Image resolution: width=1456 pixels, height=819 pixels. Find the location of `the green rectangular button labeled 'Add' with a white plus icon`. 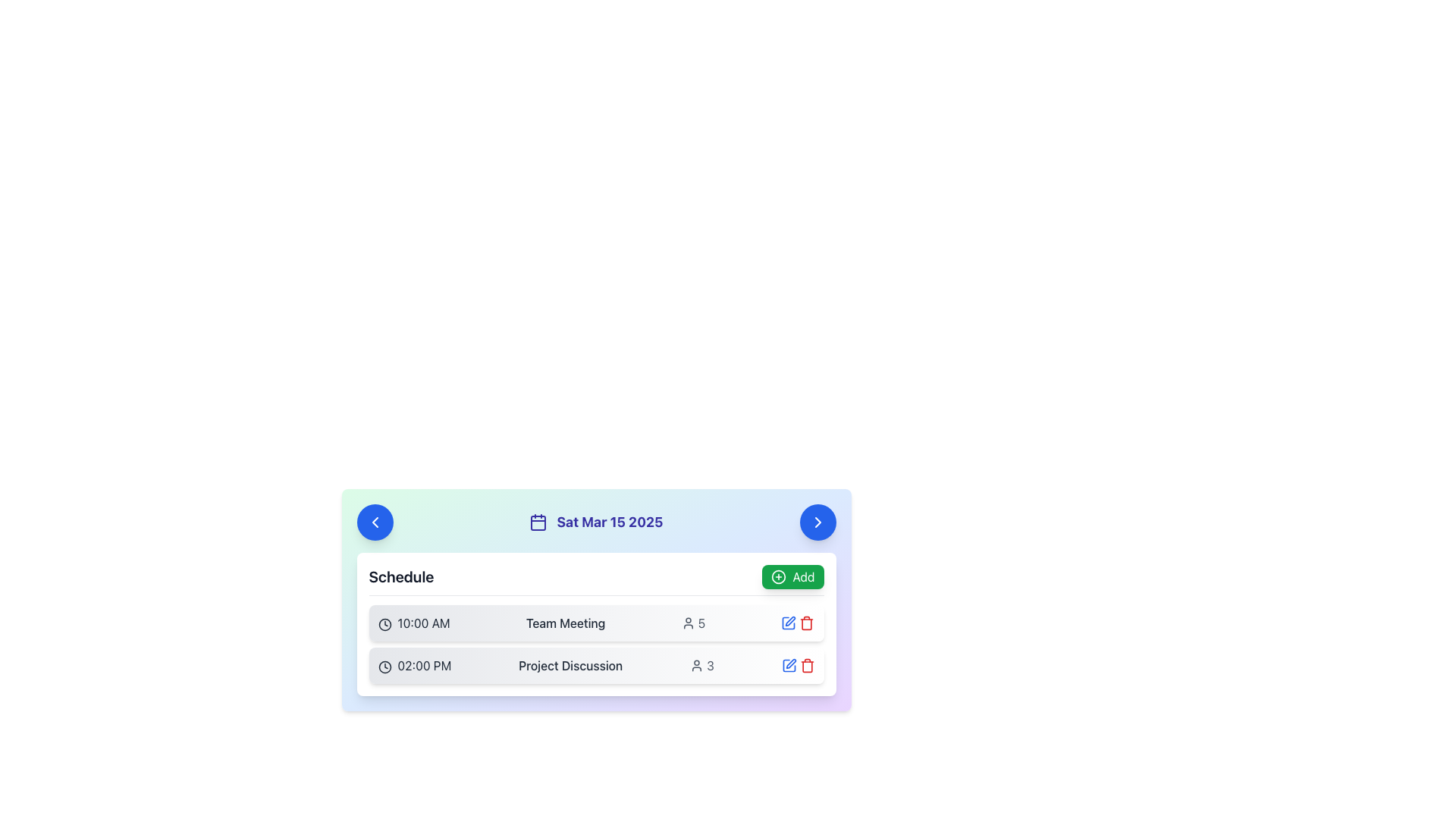

the green rectangular button labeled 'Add' with a white plus icon is located at coordinates (792, 576).